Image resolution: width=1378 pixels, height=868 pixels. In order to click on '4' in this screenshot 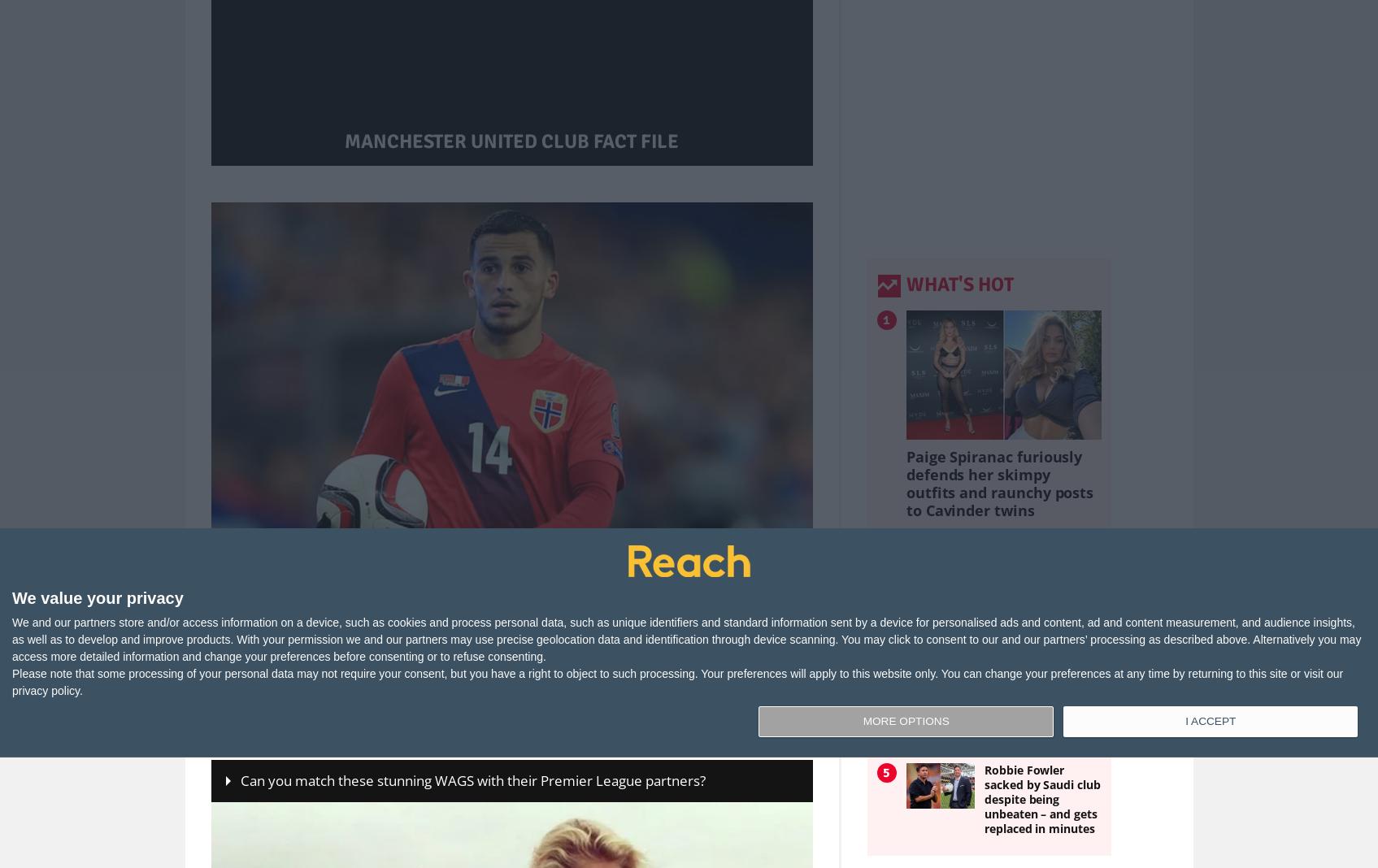, I will do `click(886, 704)`.